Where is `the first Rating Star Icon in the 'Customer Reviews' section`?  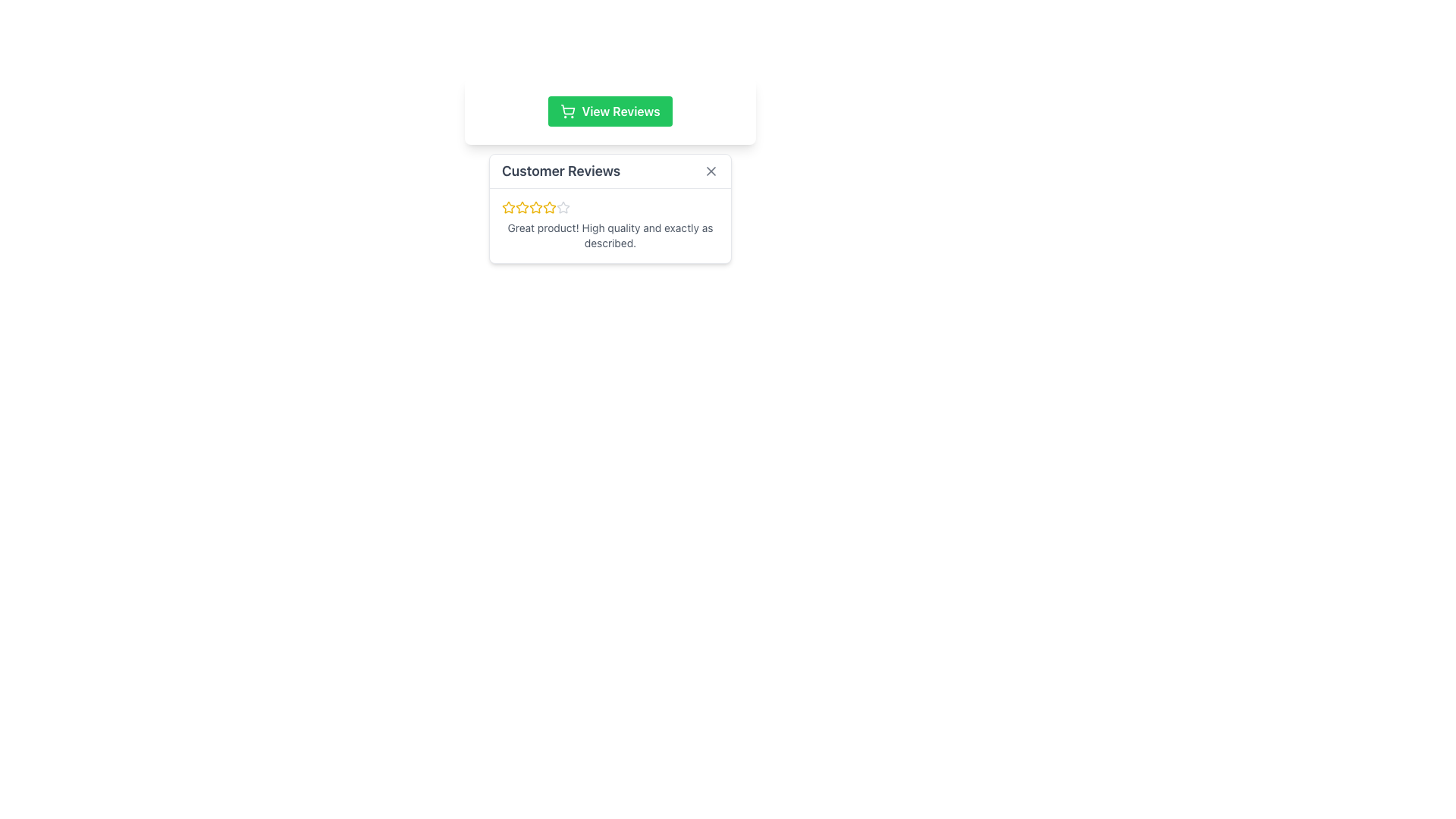 the first Rating Star Icon in the 'Customer Reviews' section is located at coordinates (509, 207).